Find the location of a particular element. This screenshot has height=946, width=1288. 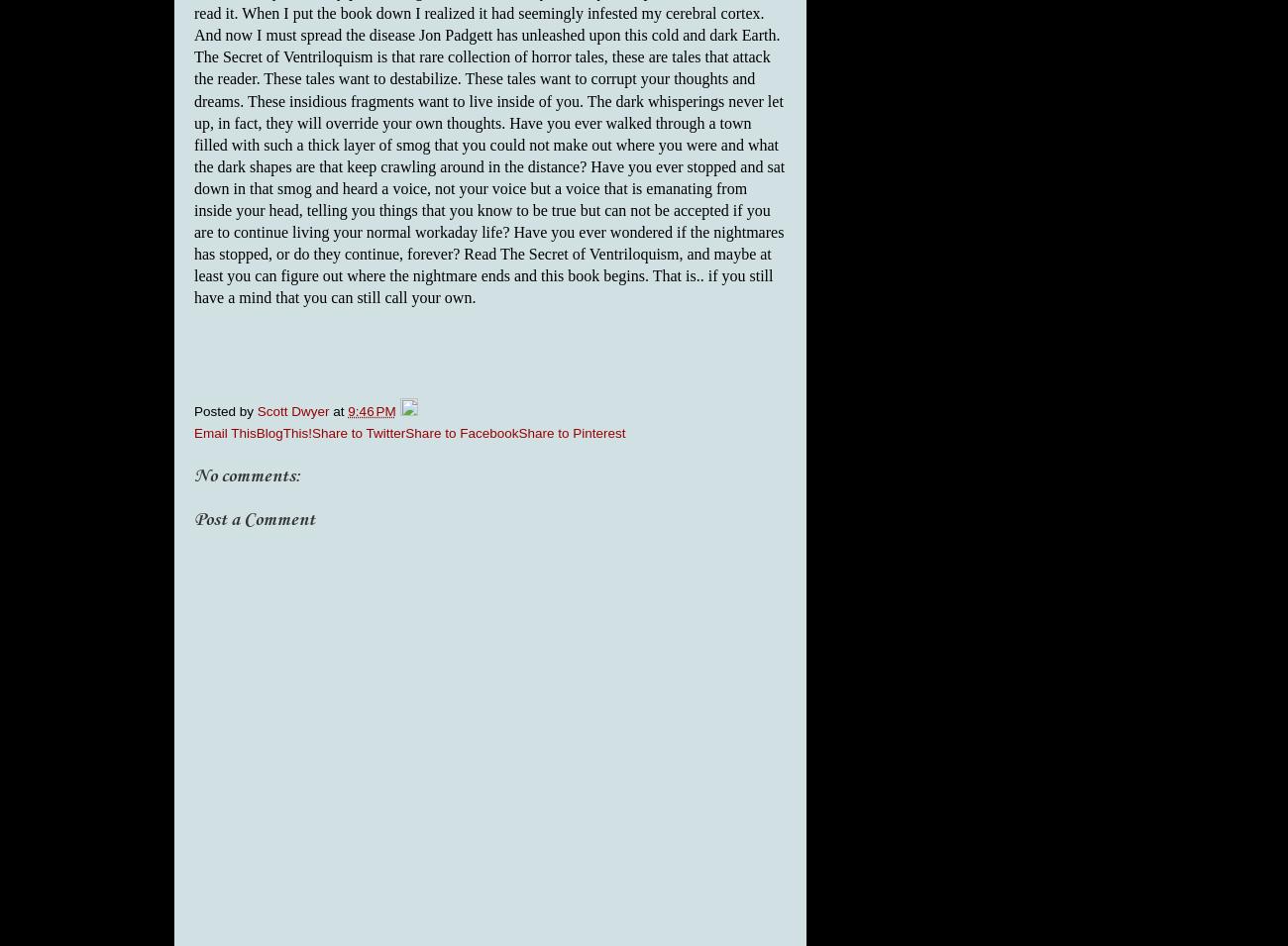

'at' is located at coordinates (339, 410).